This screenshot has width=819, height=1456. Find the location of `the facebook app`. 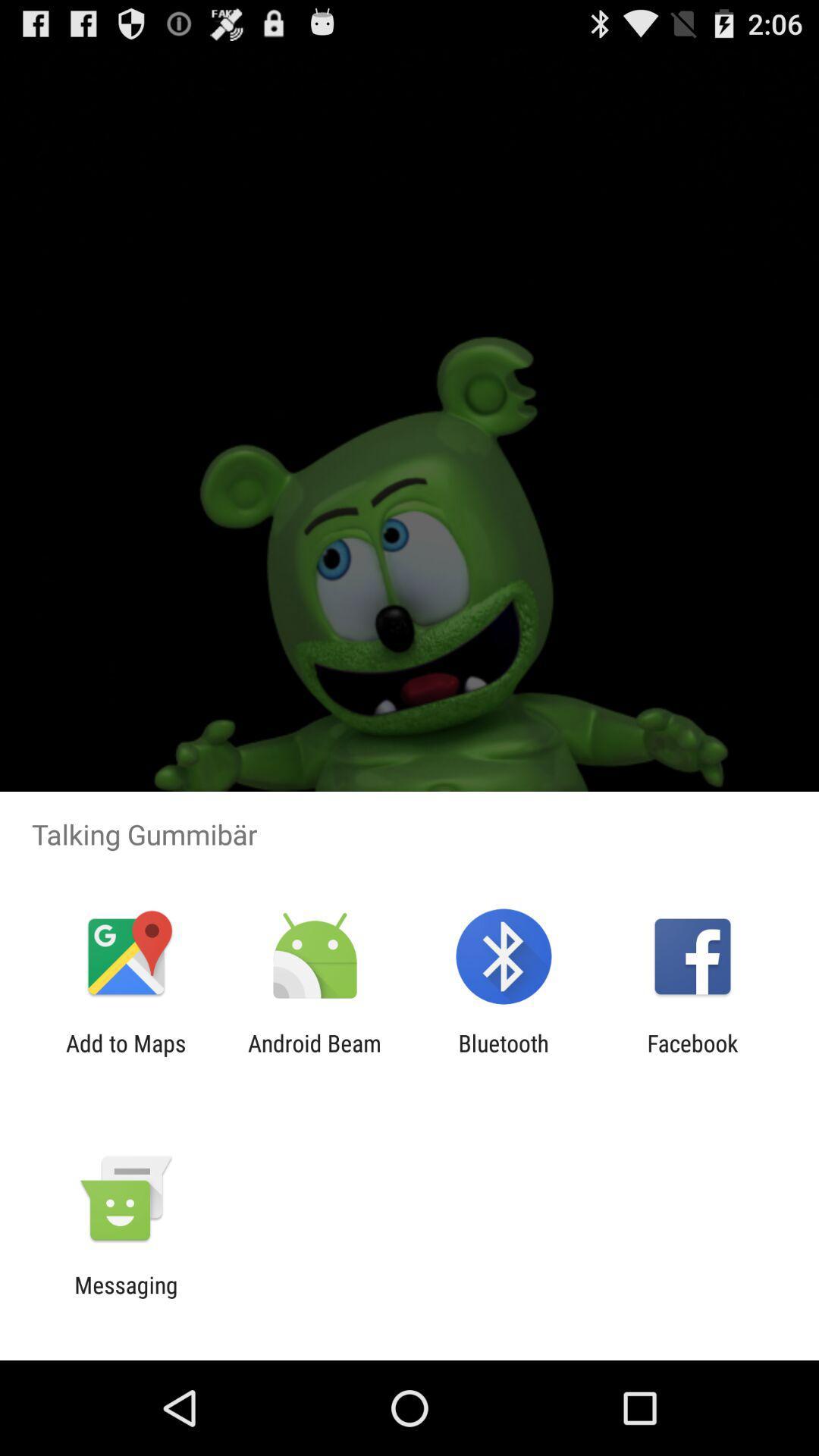

the facebook app is located at coordinates (692, 1056).